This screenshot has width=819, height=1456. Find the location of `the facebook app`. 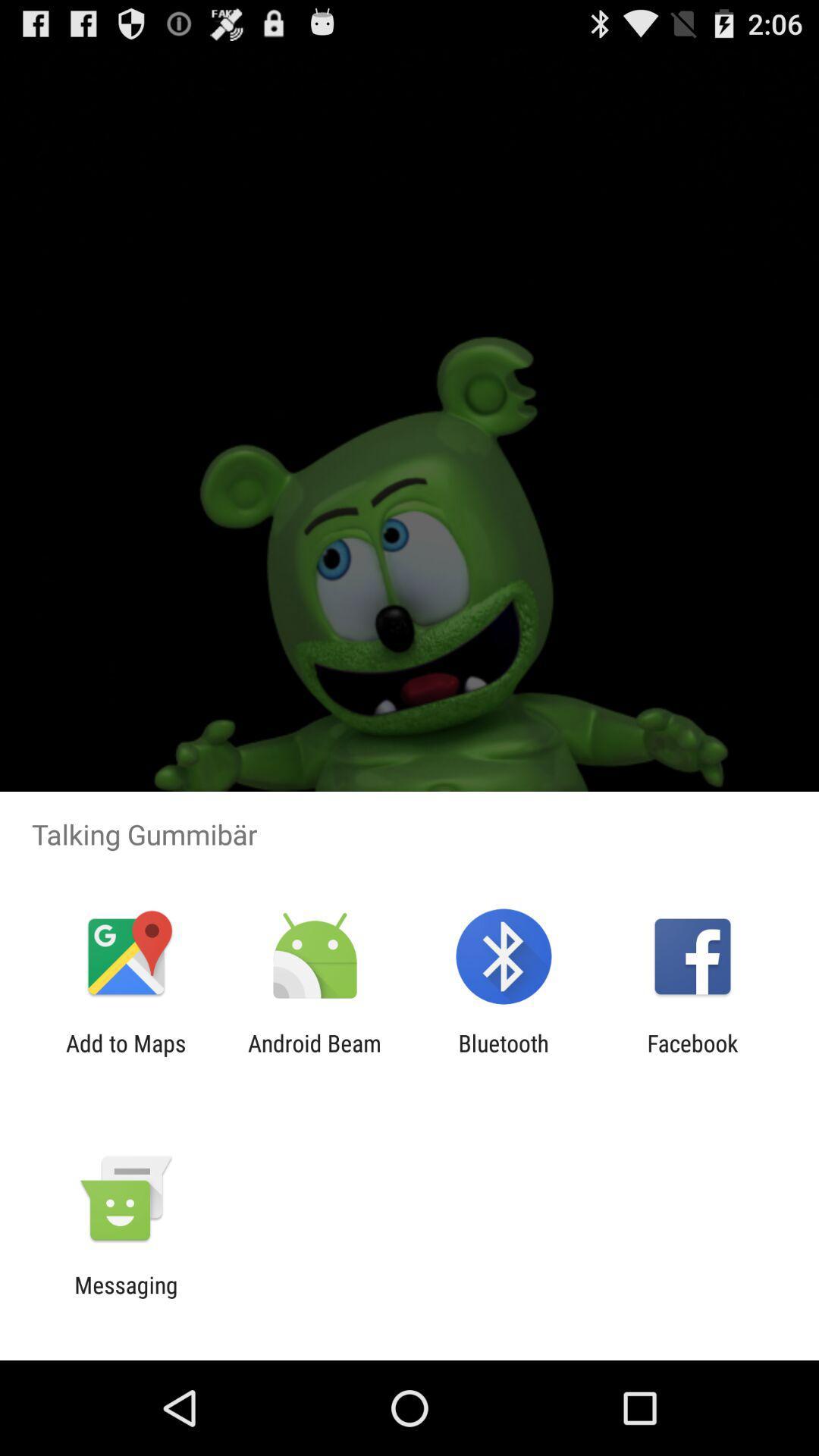

the facebook app is located at coordinates (692, 1056).